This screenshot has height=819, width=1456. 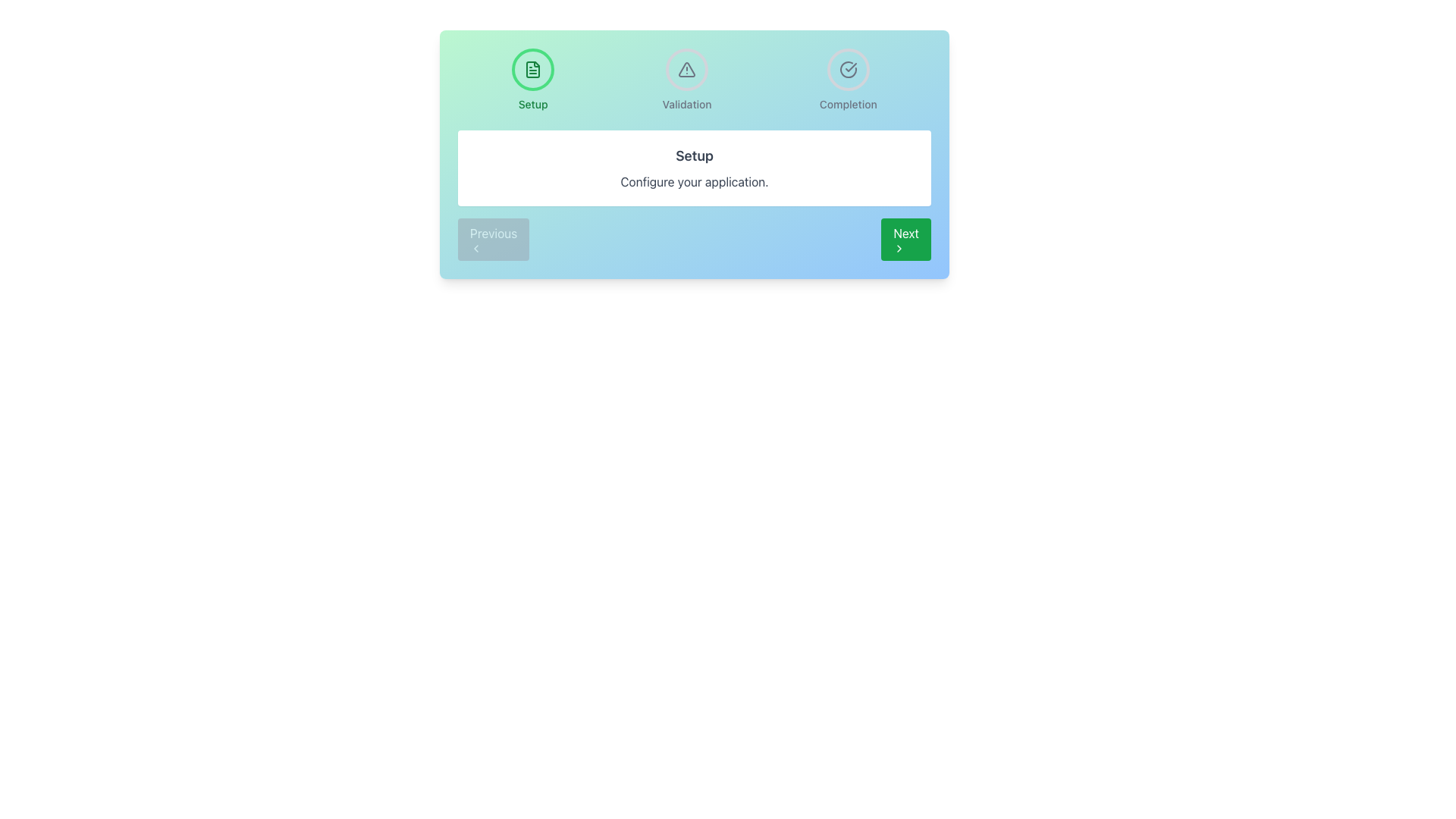 What do you see at coordinates (686, 104) in the screenshot?
I see `the 'Validation' text label, which is centrally positioned between the 'Setup' and 'Completion' steps on the multi-step interface, indicating the current process stage` at bounding box center [686, 104].